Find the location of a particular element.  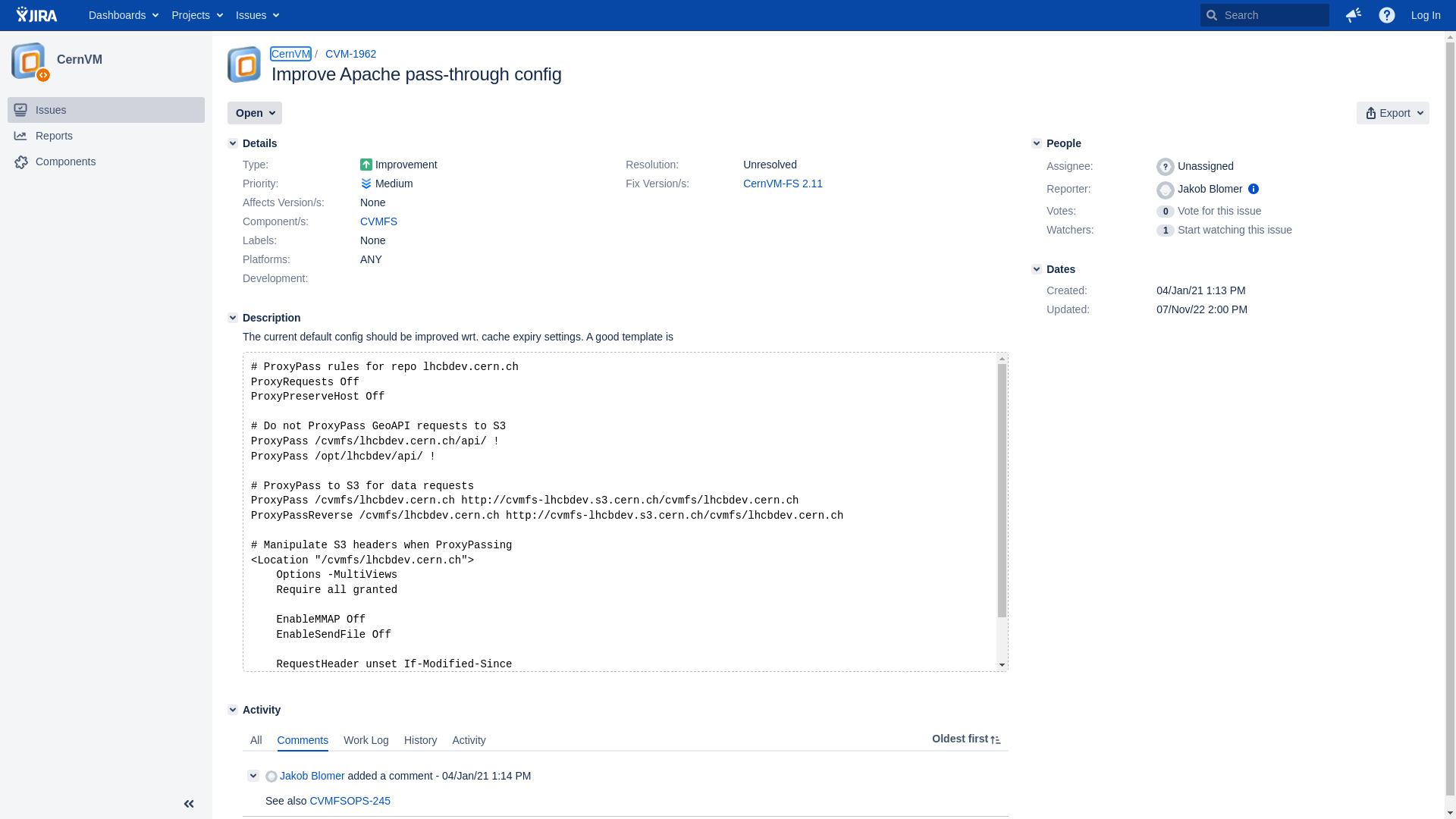

'Comments' is located at coordinates (303, 739).